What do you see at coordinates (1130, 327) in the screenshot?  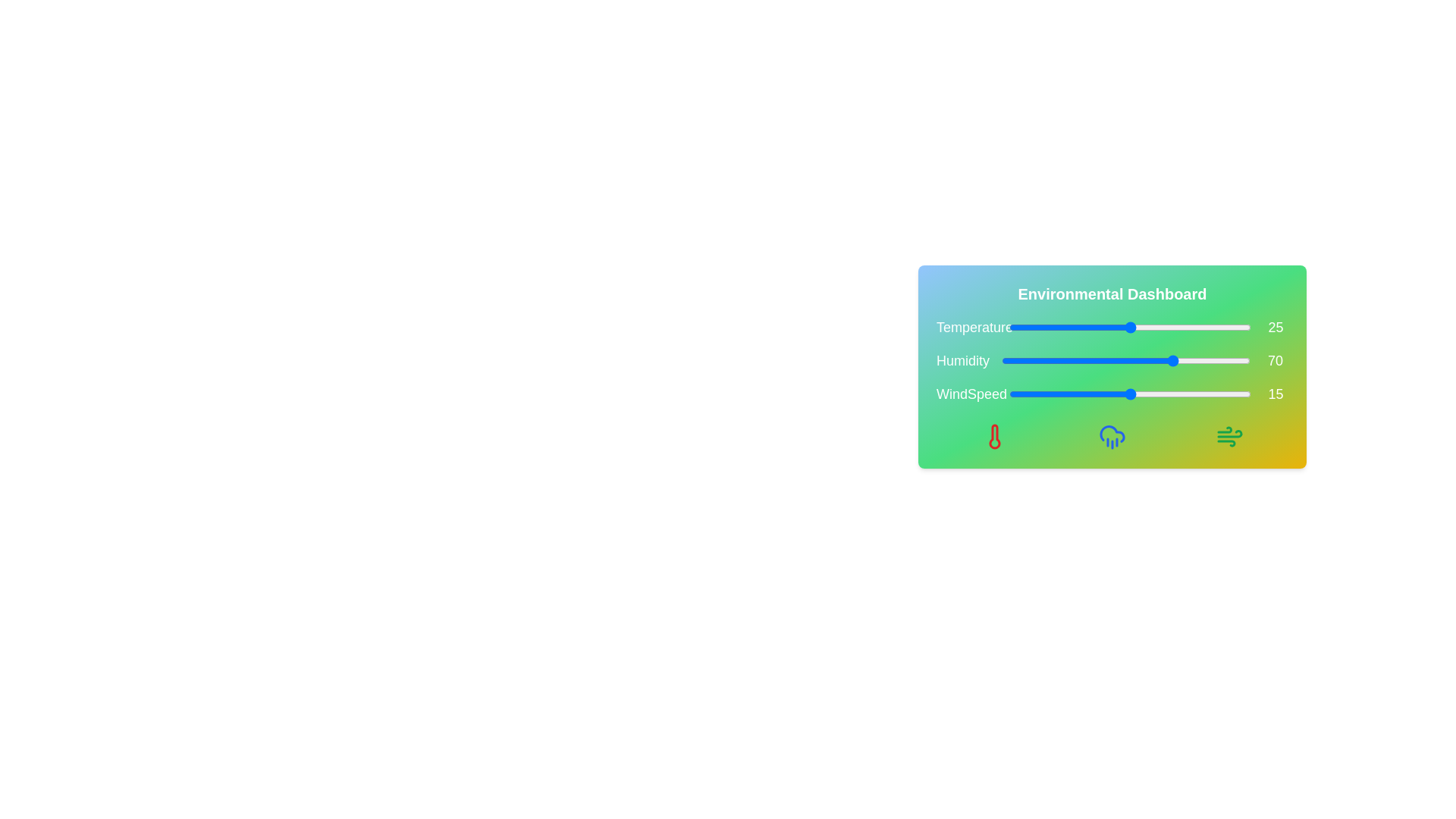 I see `the temperature slider to 25 degrees` at bounding box center [1130, 327].